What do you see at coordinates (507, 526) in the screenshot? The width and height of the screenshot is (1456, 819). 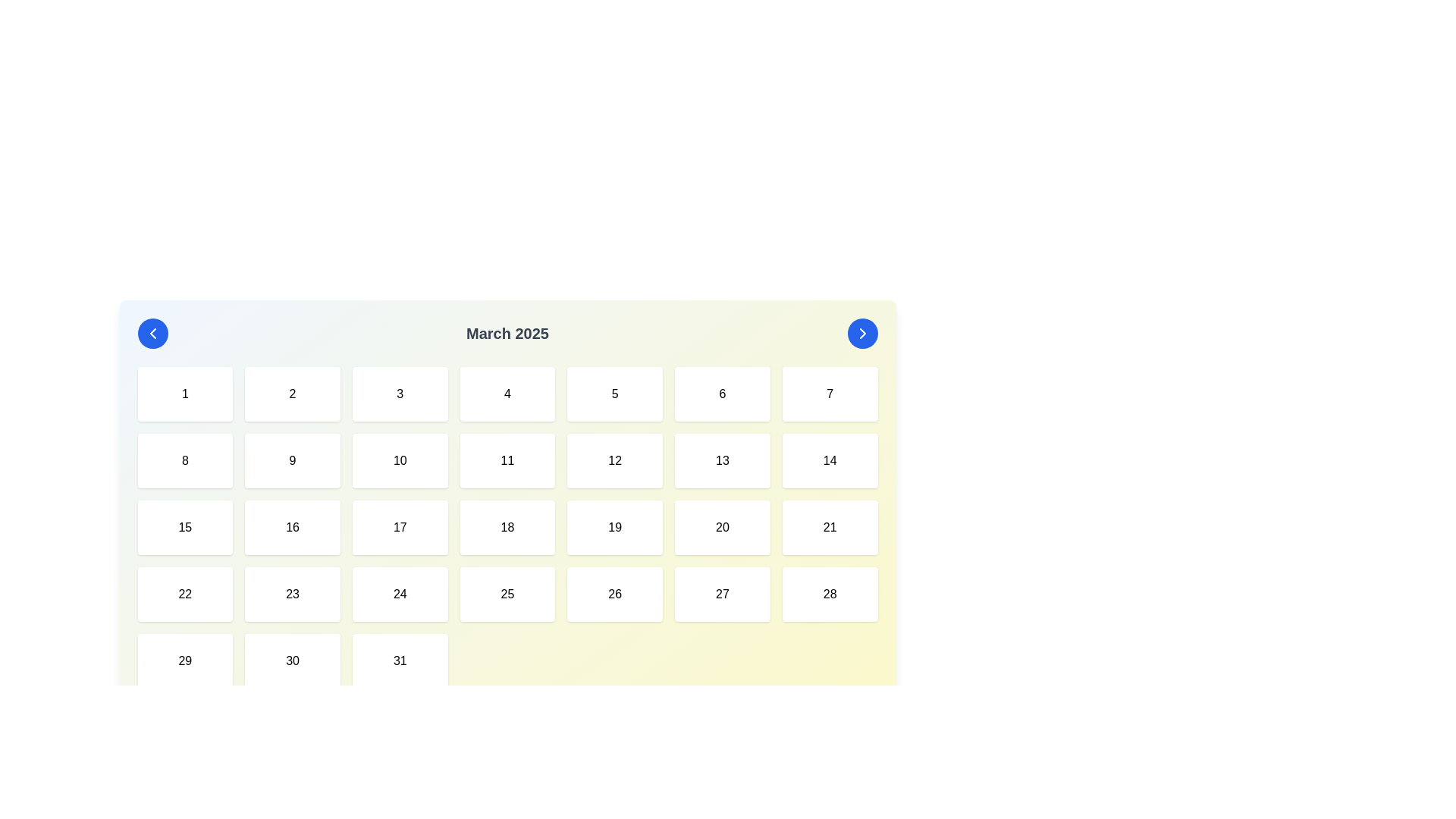 I see `the selectable day button representing the 18th day in the calendar grid` at bounding box center [507, 526].